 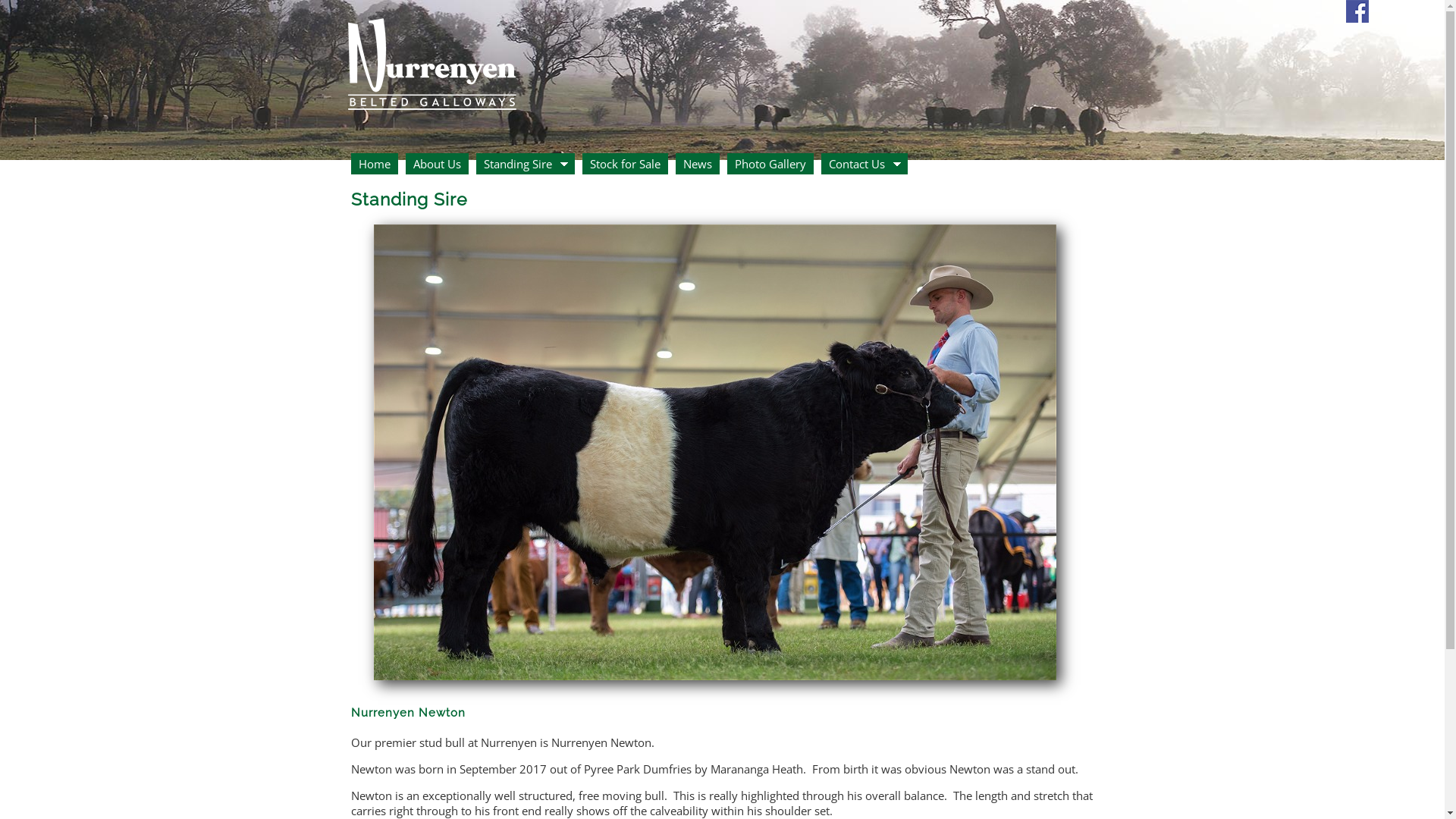 I want to click on 'Photo Gallery', so click(x=769, y=164).